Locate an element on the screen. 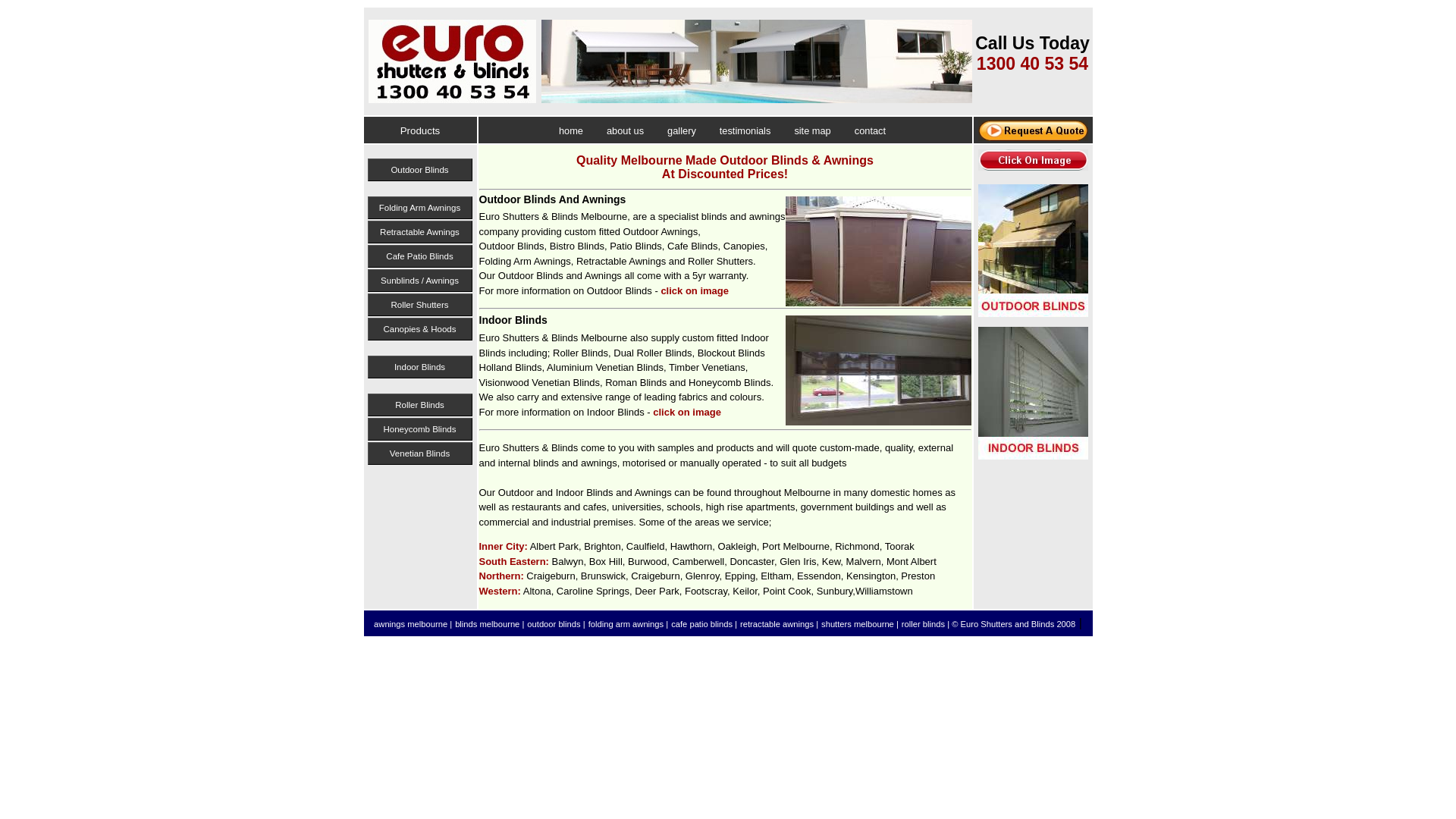  'Venetian Blinds' is located at coordinates (367, 452).